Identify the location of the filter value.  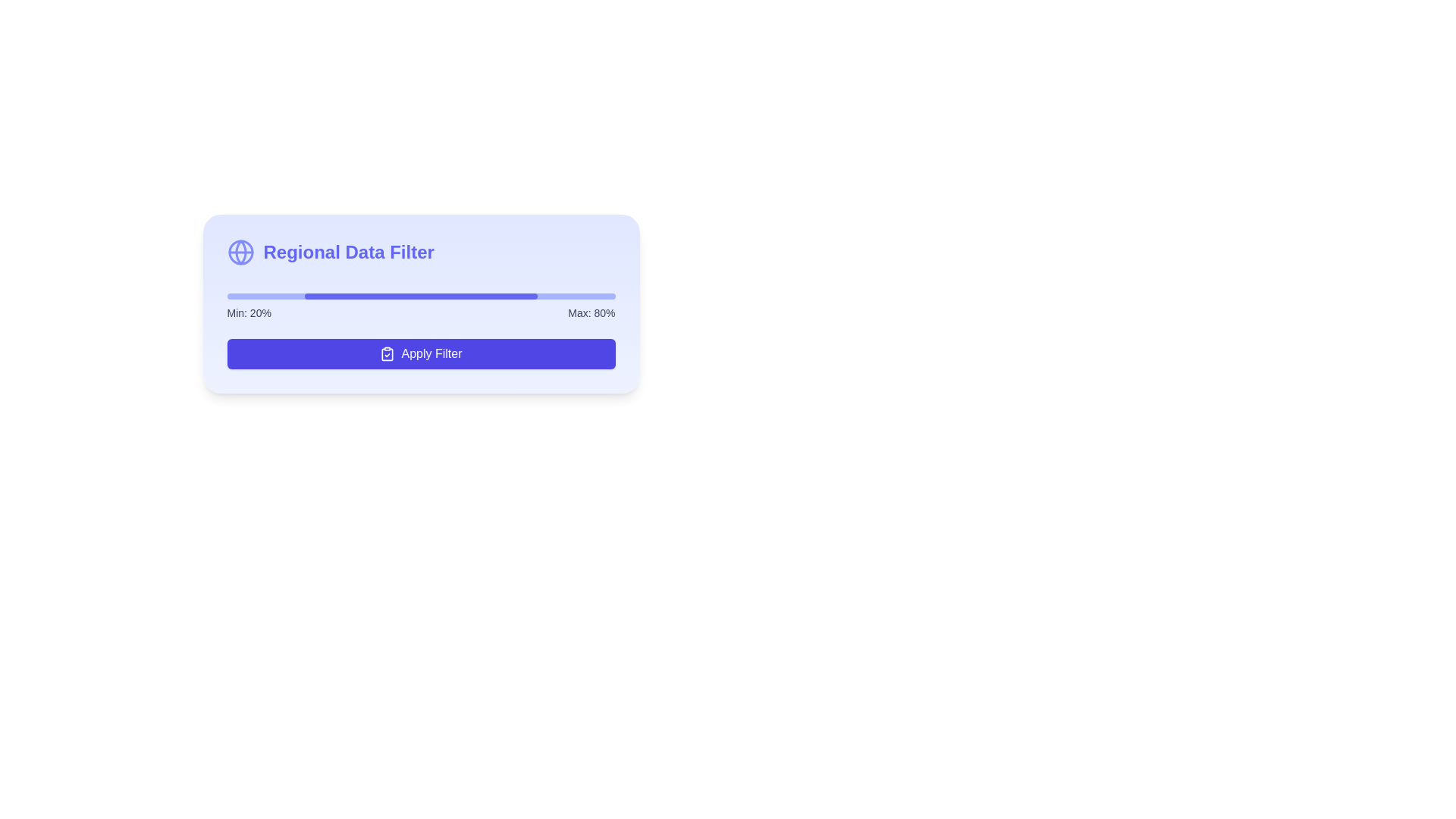
(482, 296).